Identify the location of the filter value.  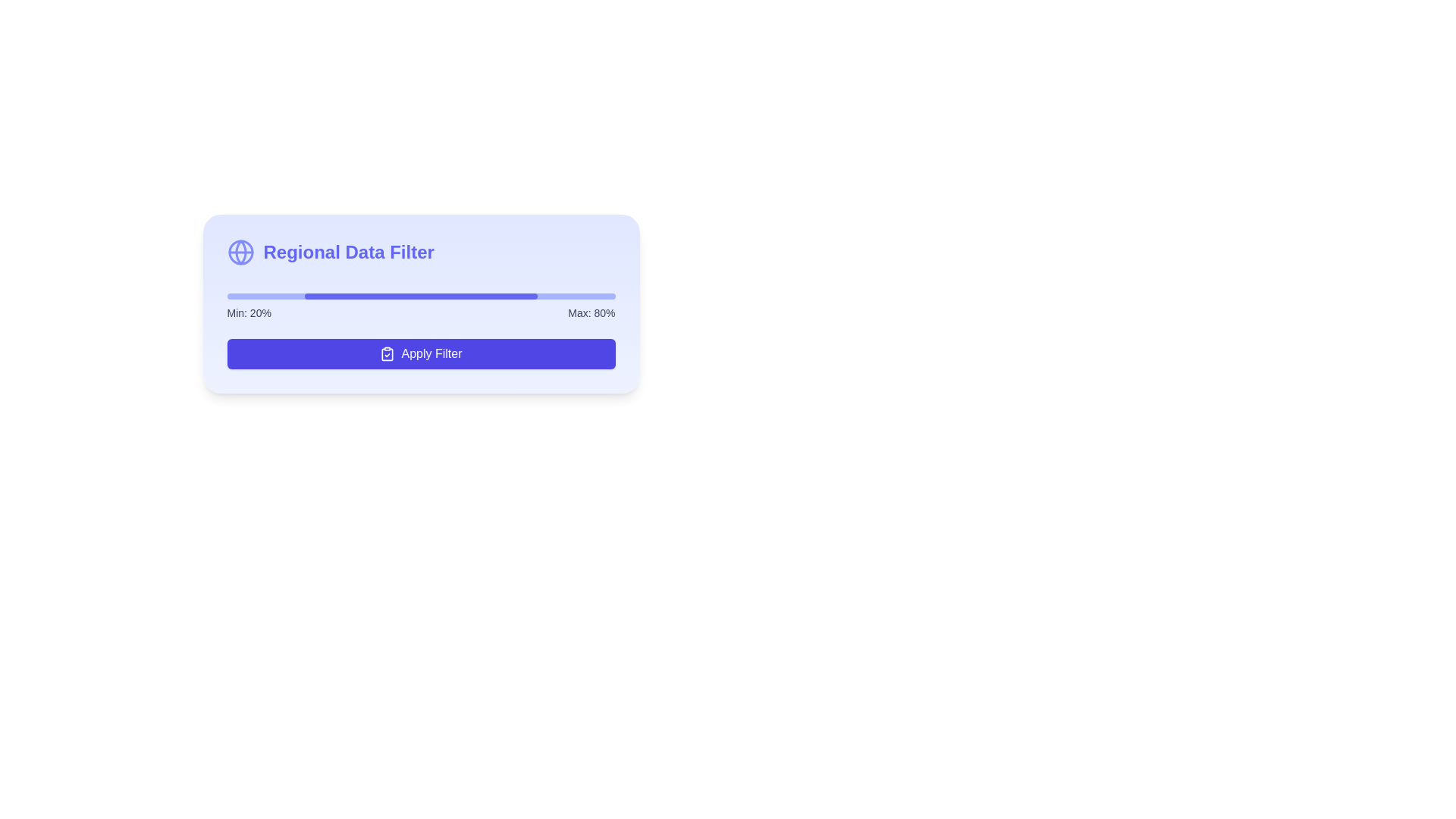
(482, 296).